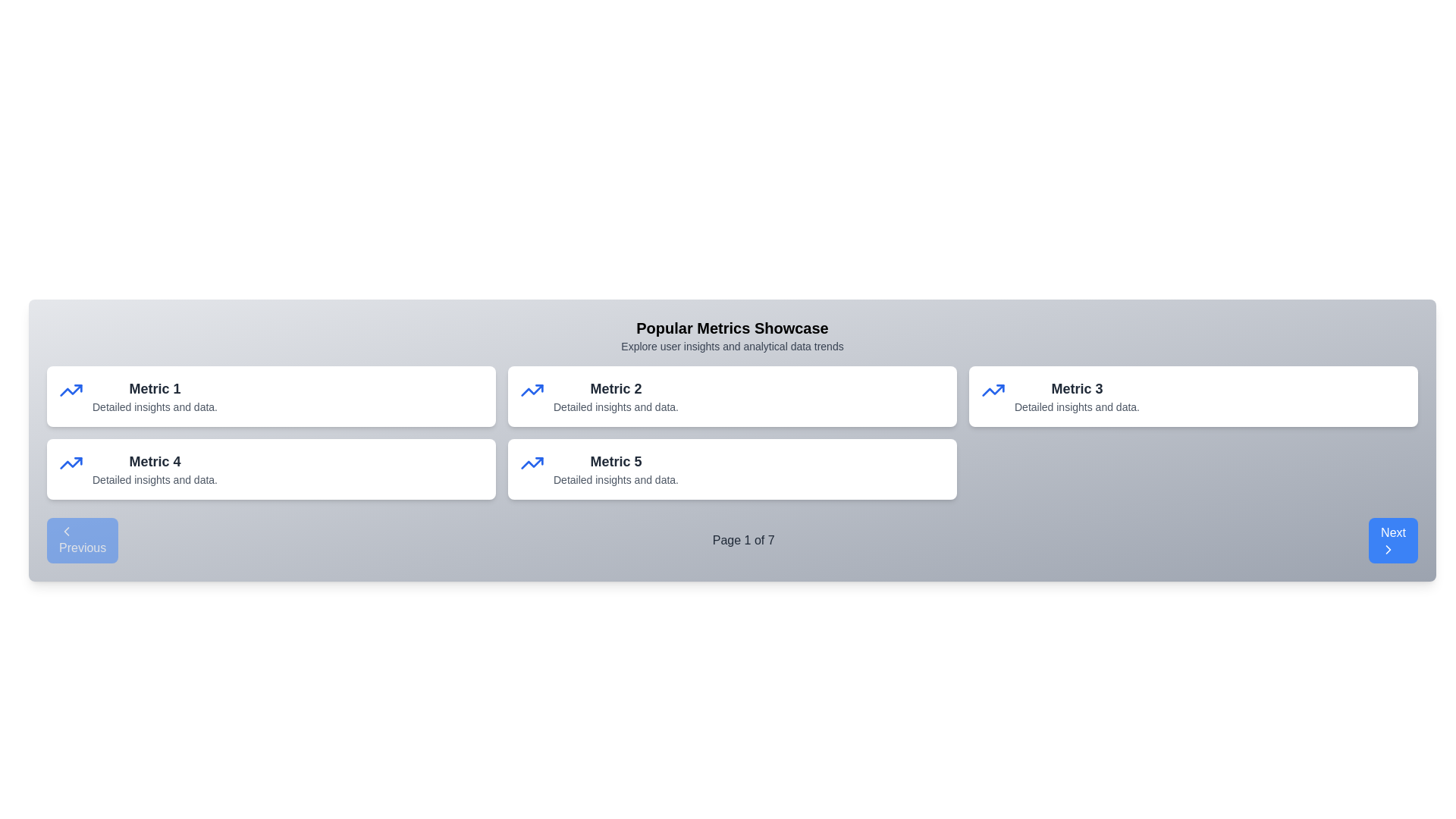  I want to click on the text display showing 'Detailed insights and data.' located under the label 'Metric 1' in the top-left card of the grid layout, so click(155, 406).